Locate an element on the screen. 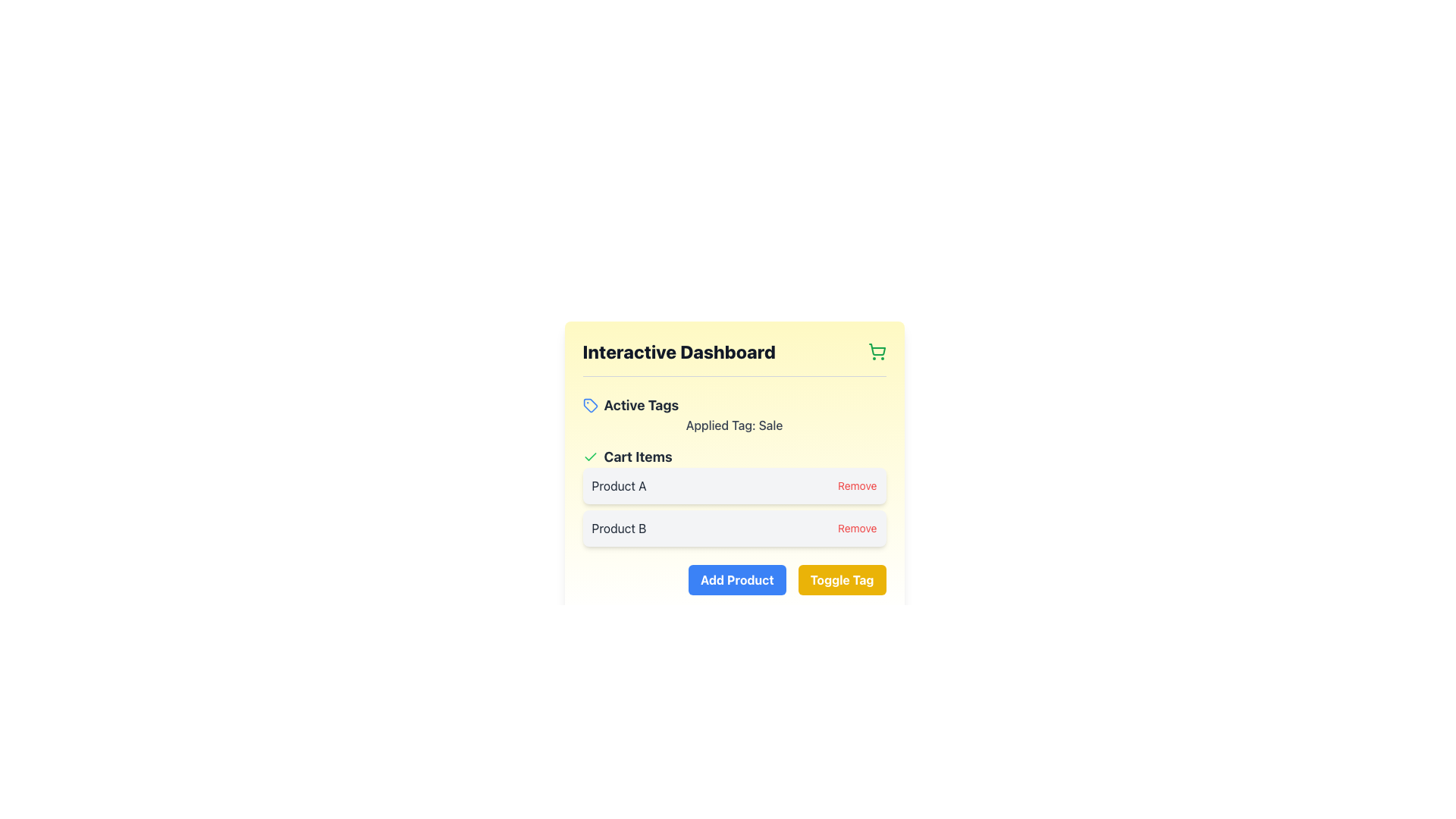 The image size is (1456, 819). the green shopping cart icon located in the upper-right corner of the yellow dashboard interface is located at coordinates (877, 350).